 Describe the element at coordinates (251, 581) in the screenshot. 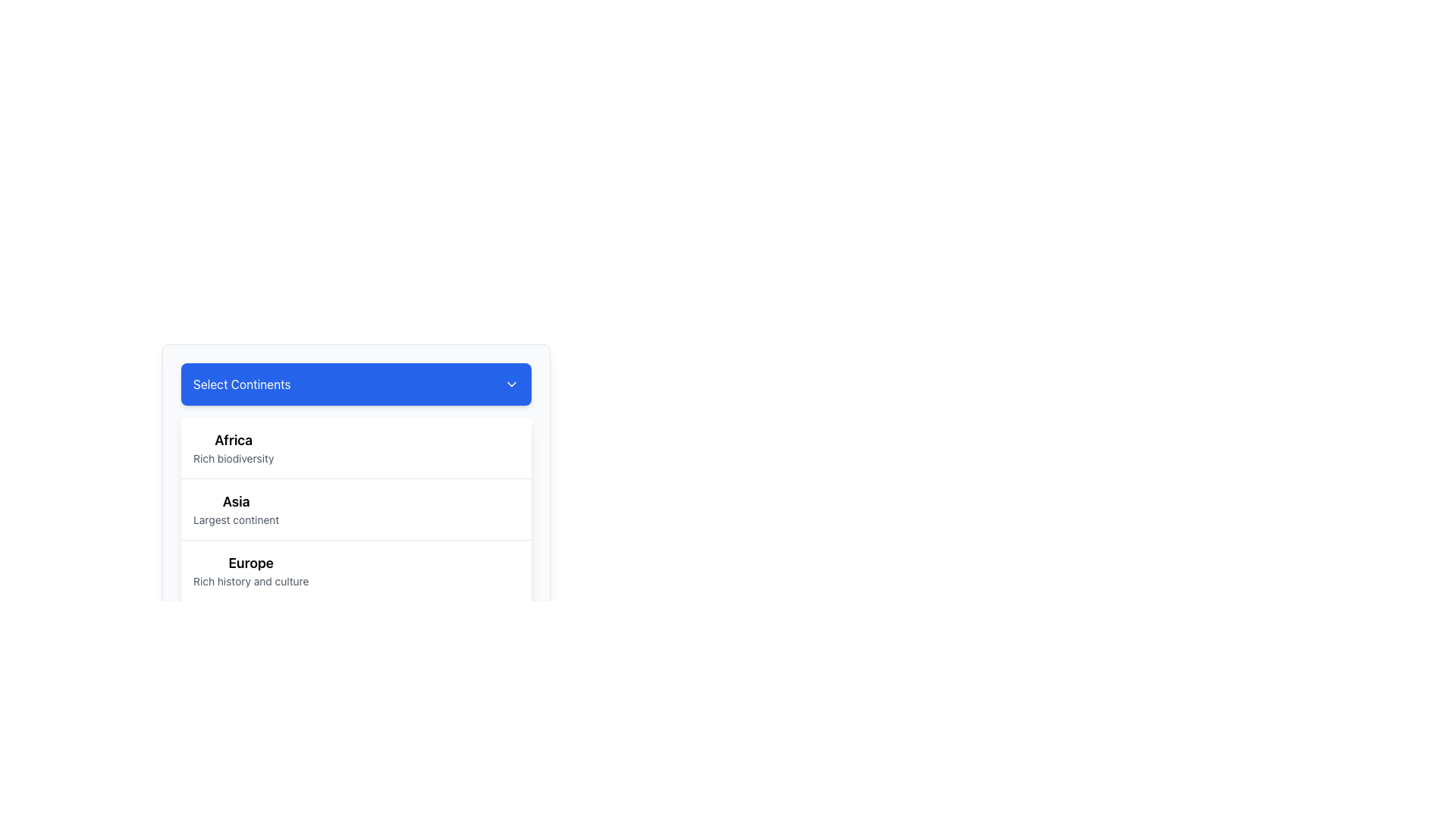

I see `the text label reading 'Rich history and culture' located directly underneath the title 'Europe' in the dropdown menu by reading its description` at that location.